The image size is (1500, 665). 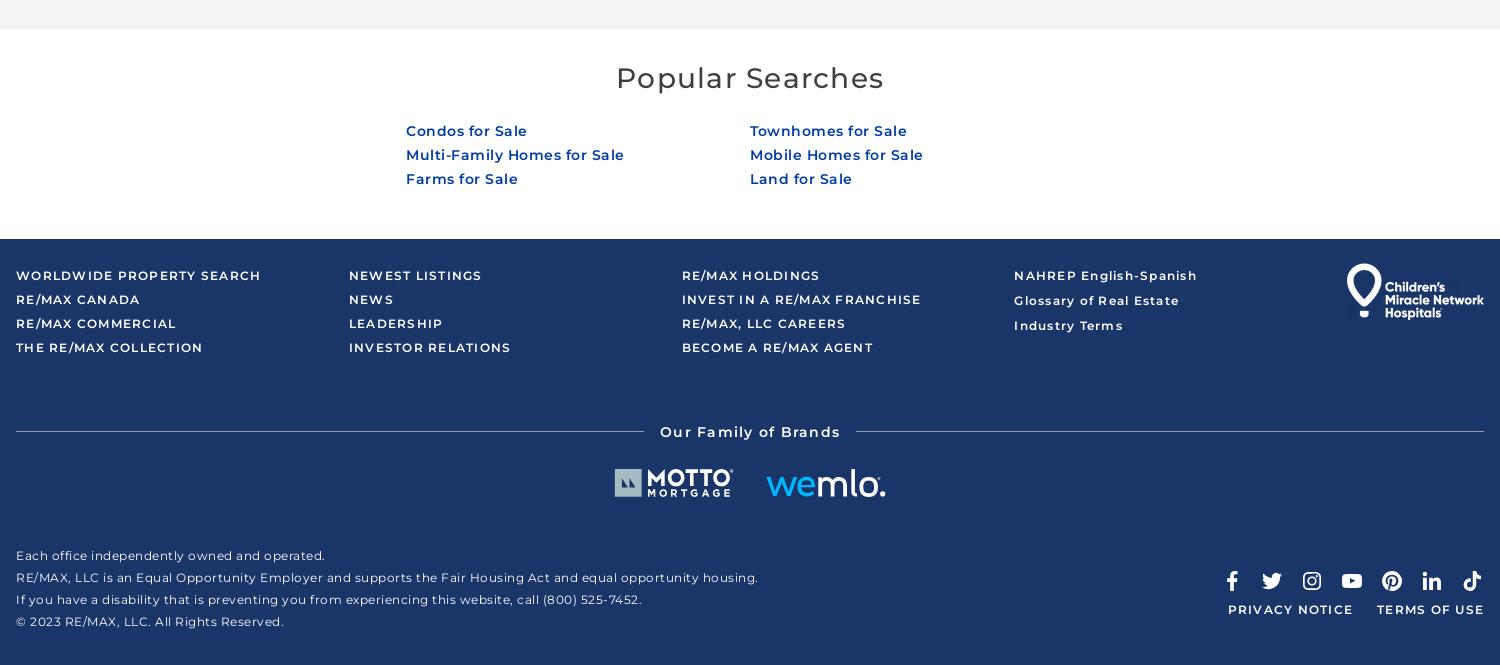 What do you see at coordinates (1430, 608) in the screenshot?
I see `'Terms of Use'` at bounding box center [1430, 608].